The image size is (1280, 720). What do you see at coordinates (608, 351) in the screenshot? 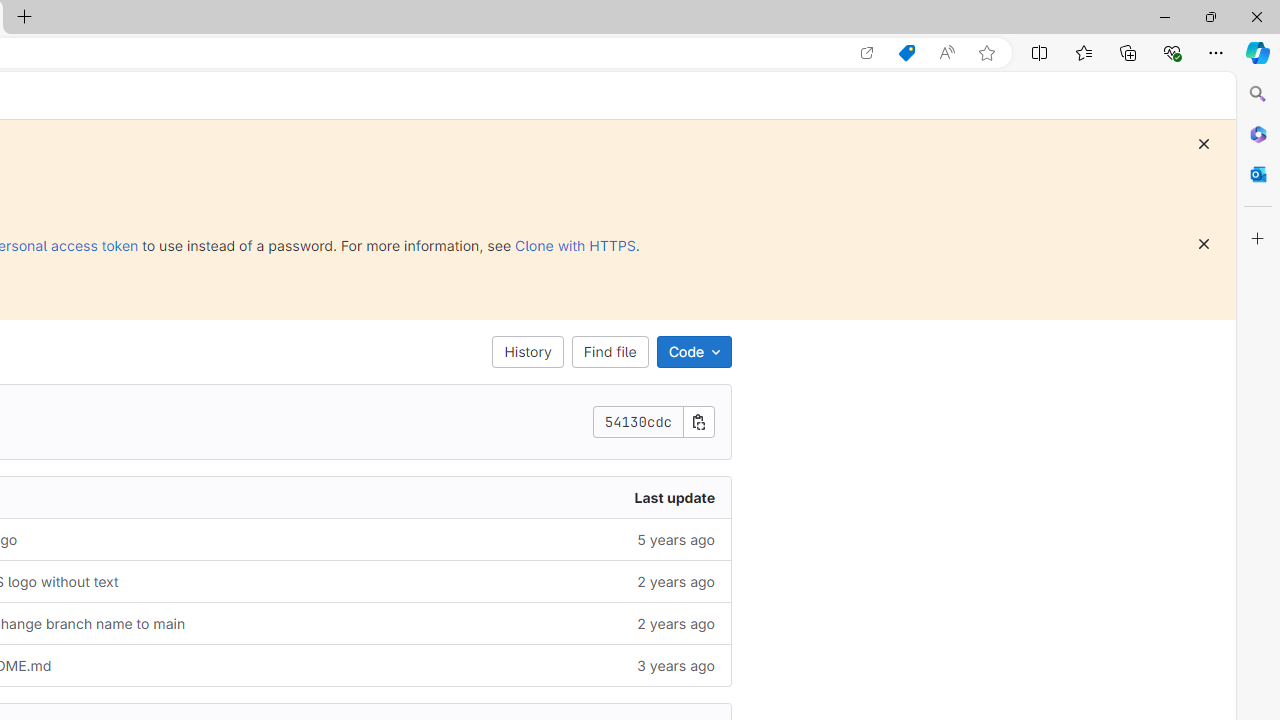
I see `'Find file'` at bounding box center [608, 351].